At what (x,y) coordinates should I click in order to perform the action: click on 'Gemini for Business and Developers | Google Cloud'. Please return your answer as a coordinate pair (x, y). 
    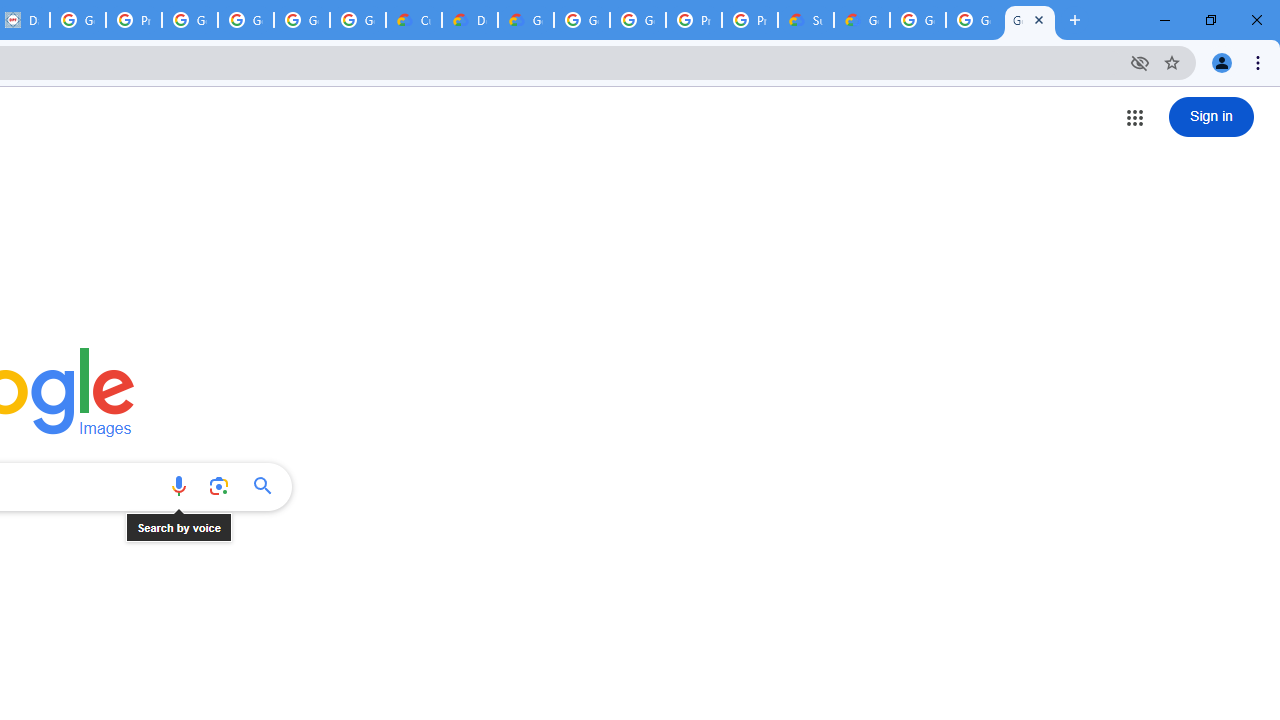
    Looking at the image, I should click on (526, 20).